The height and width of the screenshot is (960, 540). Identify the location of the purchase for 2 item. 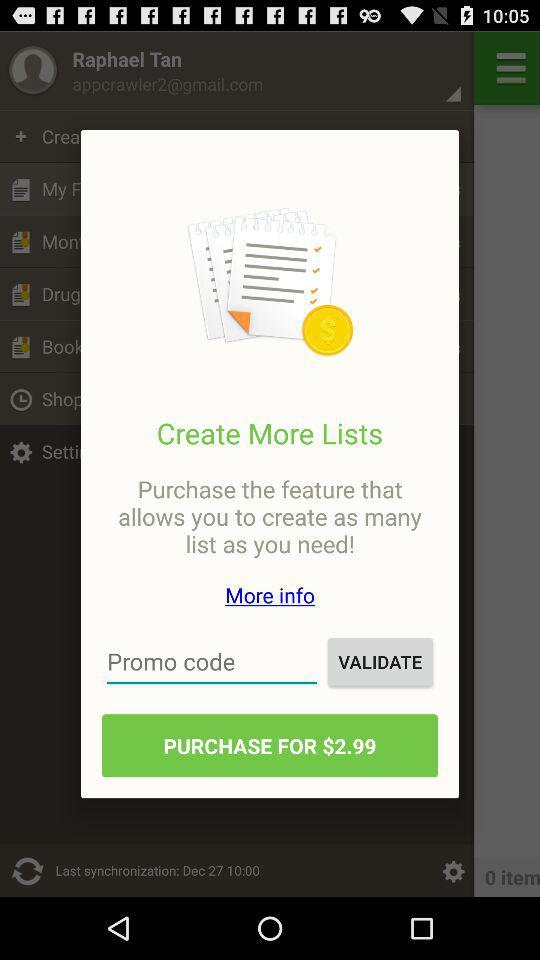
(270, 744).